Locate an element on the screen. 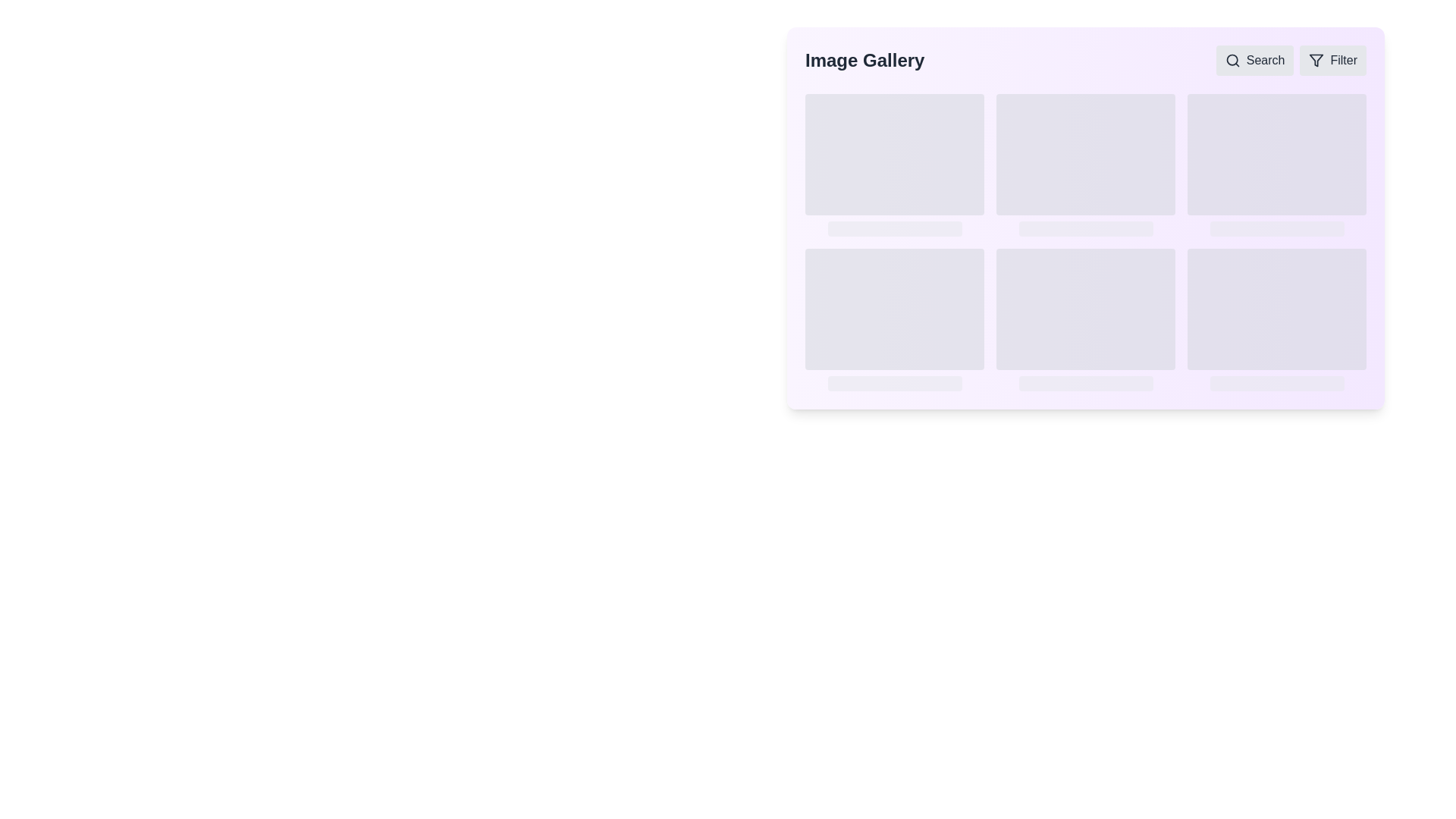 The height and width of the screenshot is (819, 1456). the 'Filter' button which contains a small funnel-like filter icon on its left side is located at coordinates (1316, 60).